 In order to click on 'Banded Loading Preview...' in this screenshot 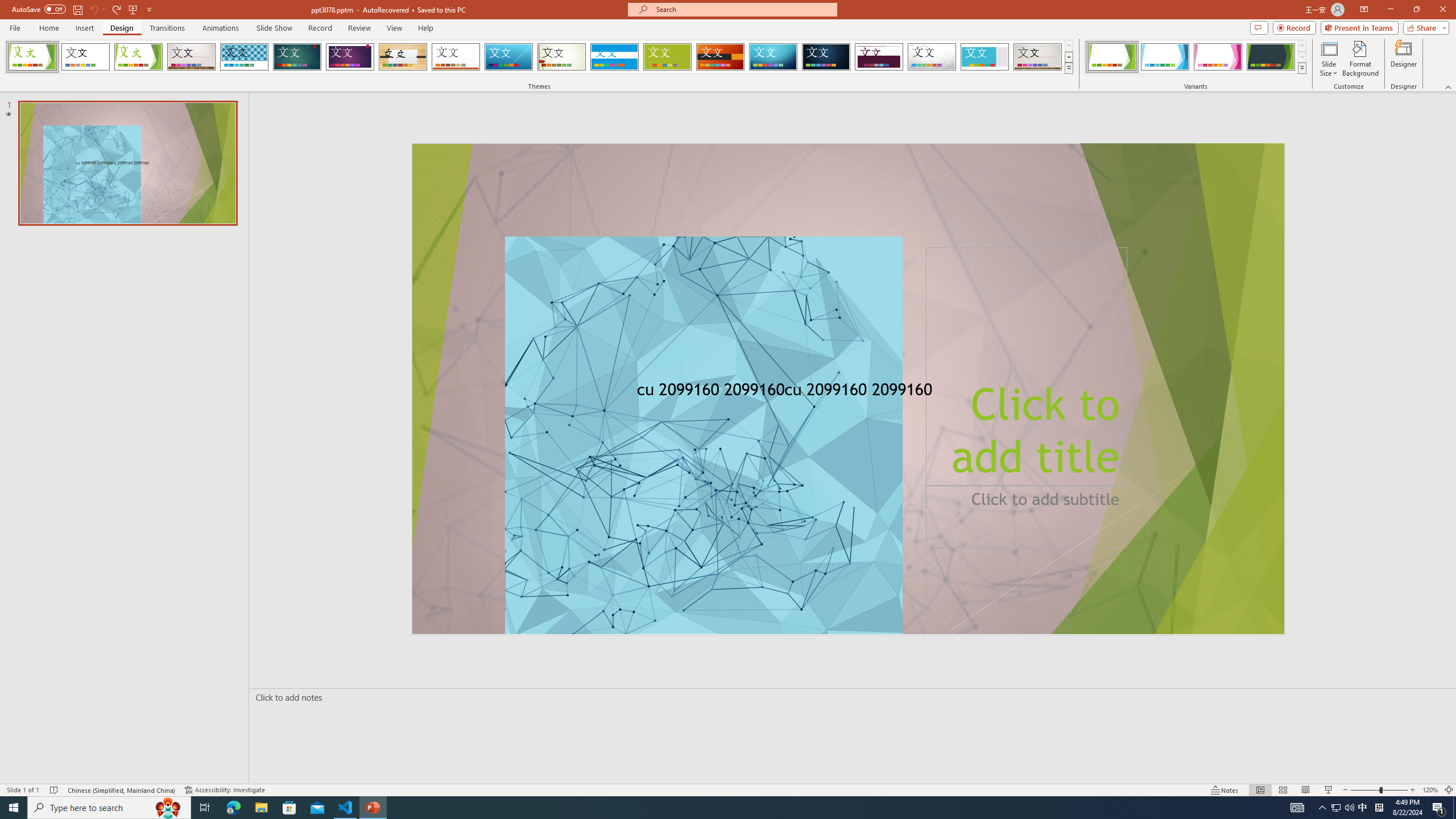, I will do `click(614, 56)`.